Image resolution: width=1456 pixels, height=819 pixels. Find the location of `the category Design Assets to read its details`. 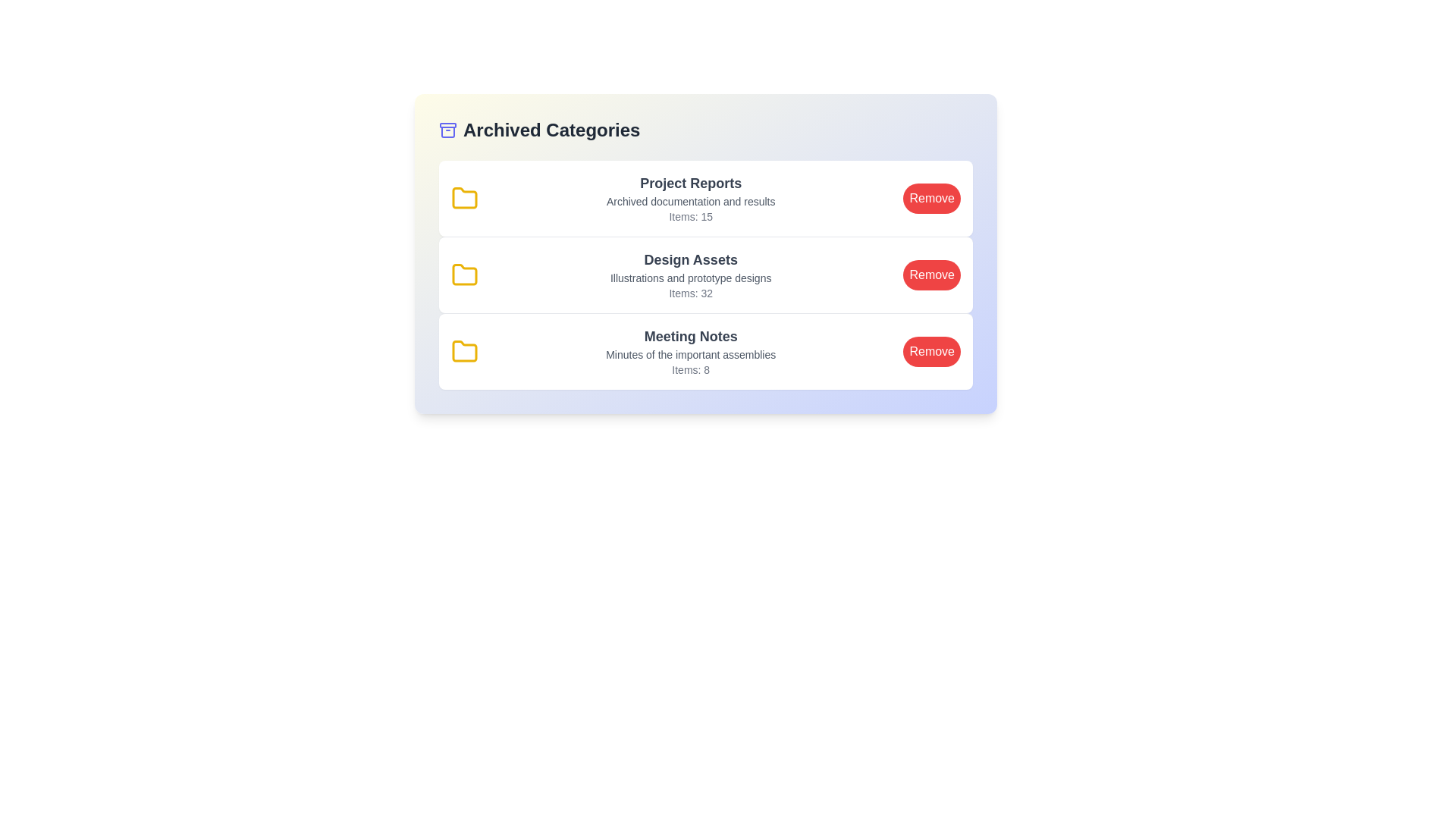

the category Design Assets to read its details is located at coordinates (705, 275).